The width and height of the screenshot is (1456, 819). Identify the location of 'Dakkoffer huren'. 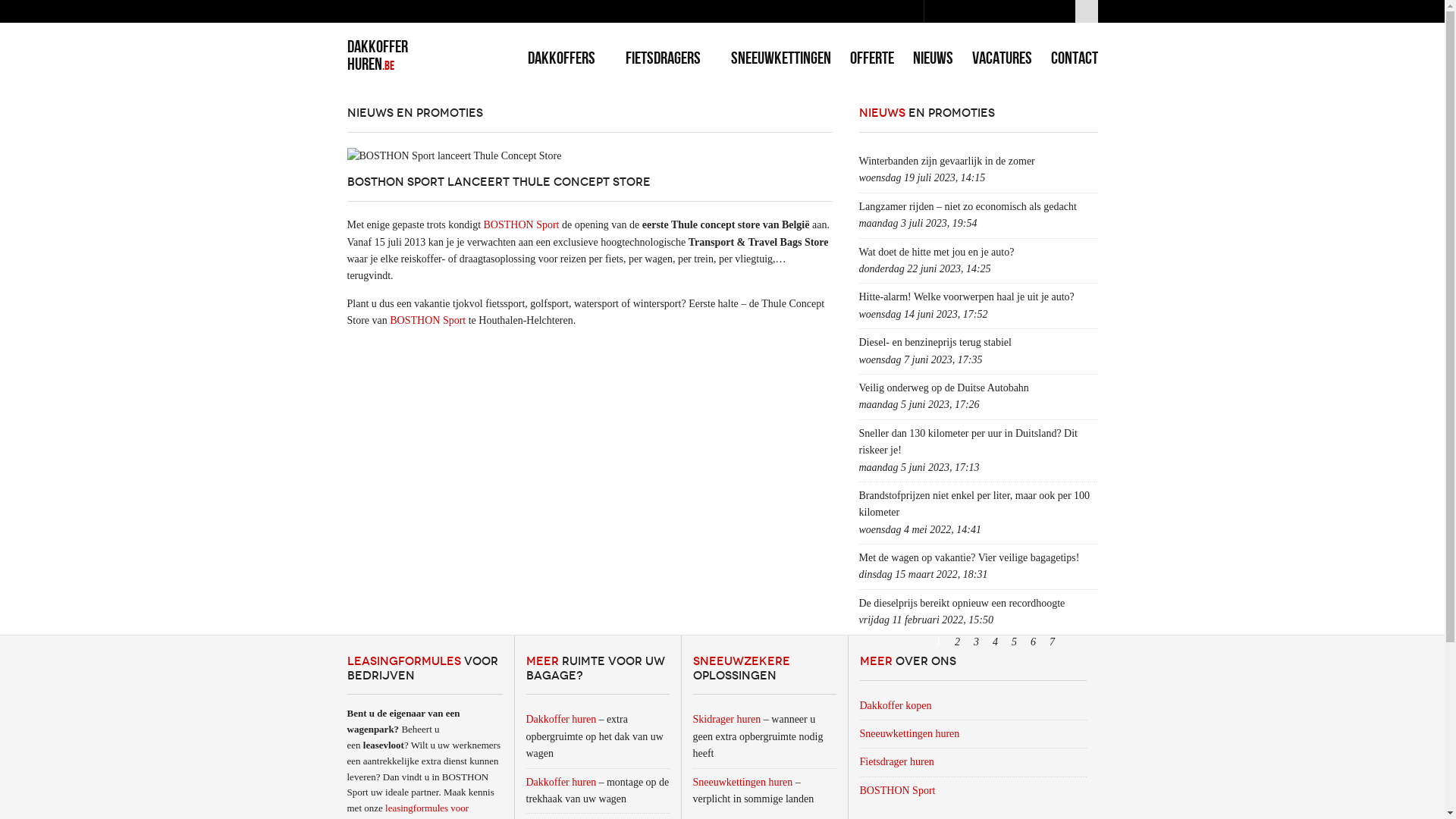
(560, 718).